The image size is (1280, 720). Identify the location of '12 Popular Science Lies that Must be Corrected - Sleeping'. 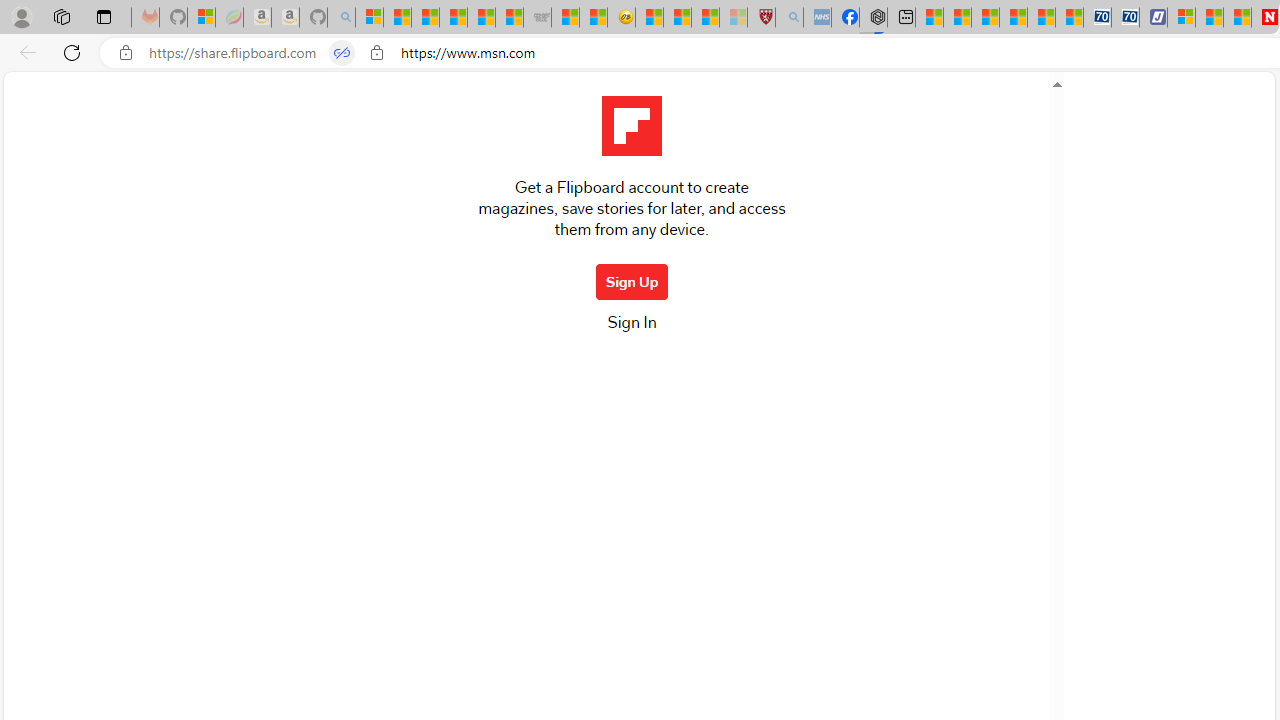
(732, 17).